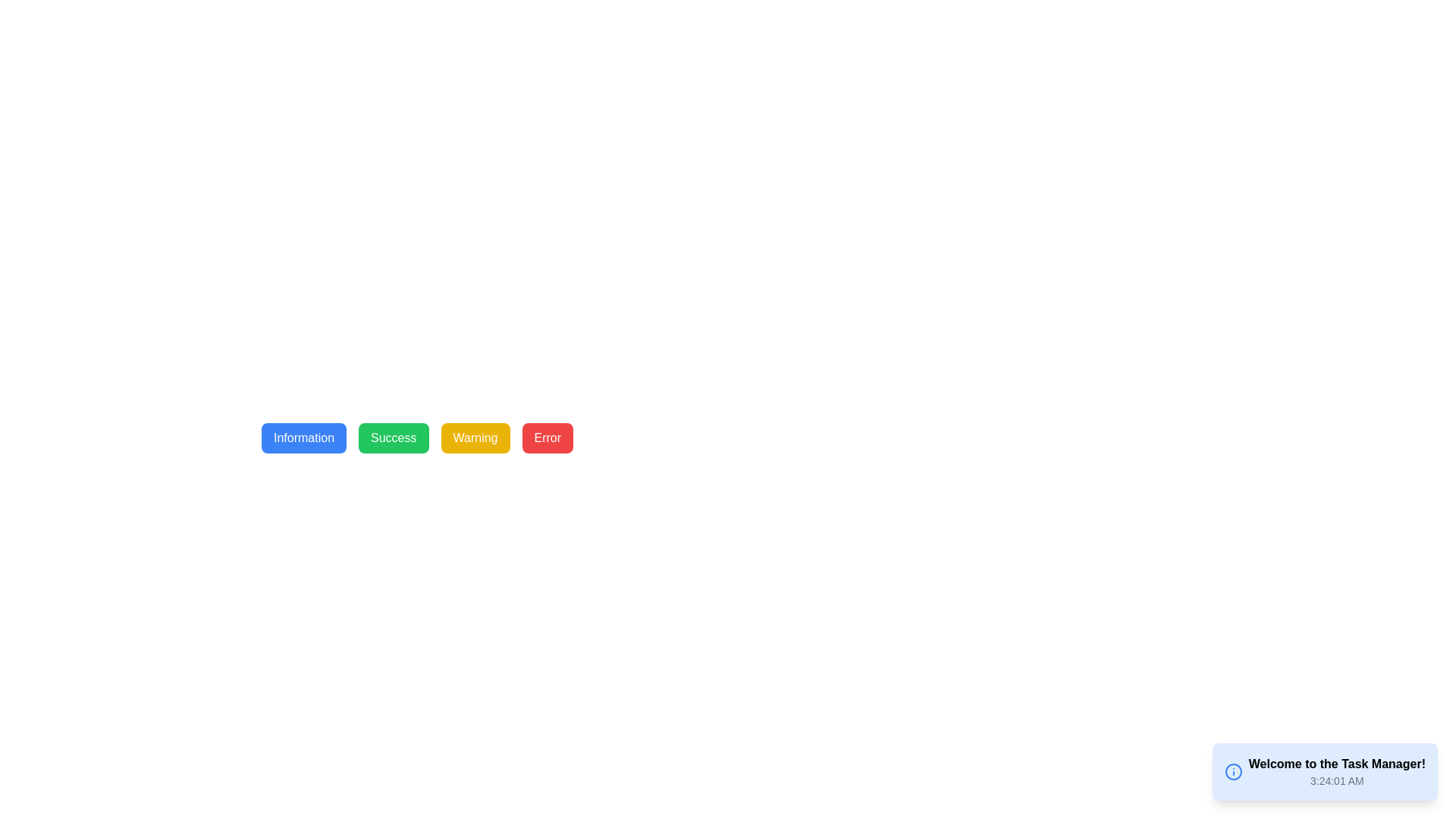 The width and height of the screenshot is (1456, 819). What do you see at coordinates (1233, 772) in the screenshot?
I see `the informational icon located in the bottom-right corner of the interface, to the left of the text 'Welcome to the Task Manager!' and '3:24:01 AM'` at bounding box center [1233, 772].